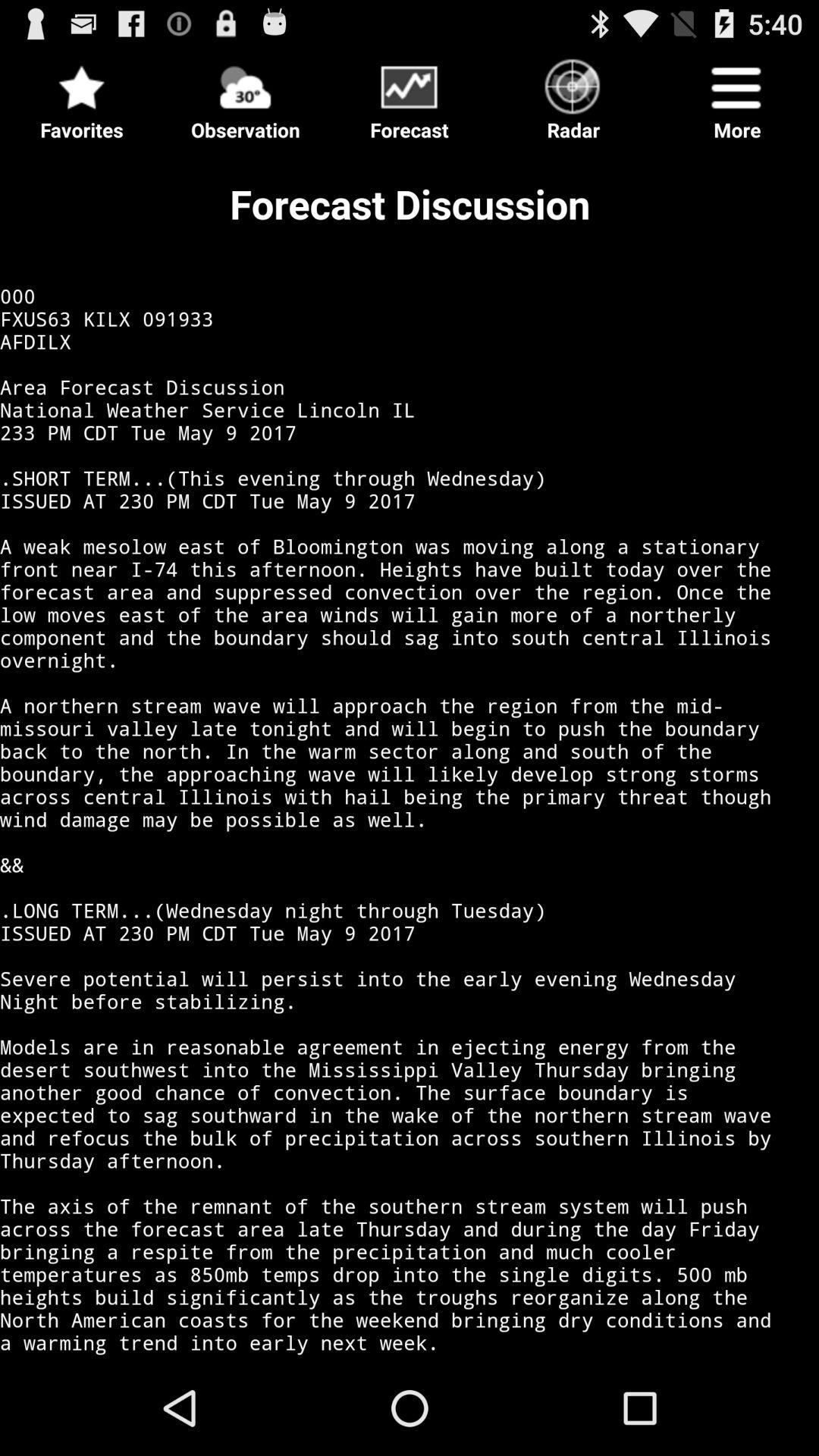 This screenshot has width=819, height=1456. I want to click on forecast button, so click(409, 94).